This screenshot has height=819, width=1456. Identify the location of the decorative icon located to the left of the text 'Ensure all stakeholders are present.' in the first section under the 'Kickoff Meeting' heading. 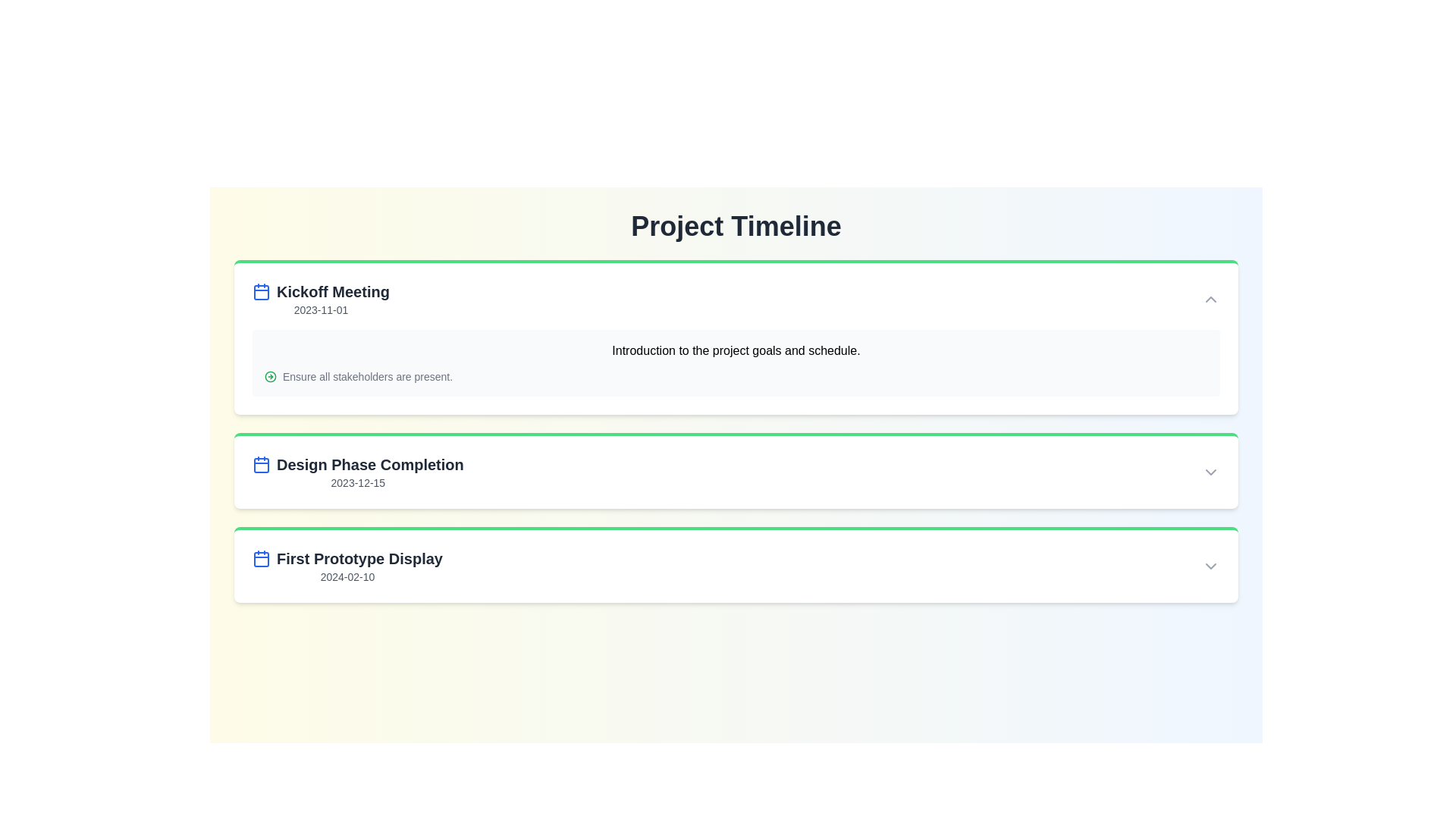
(270, 376).